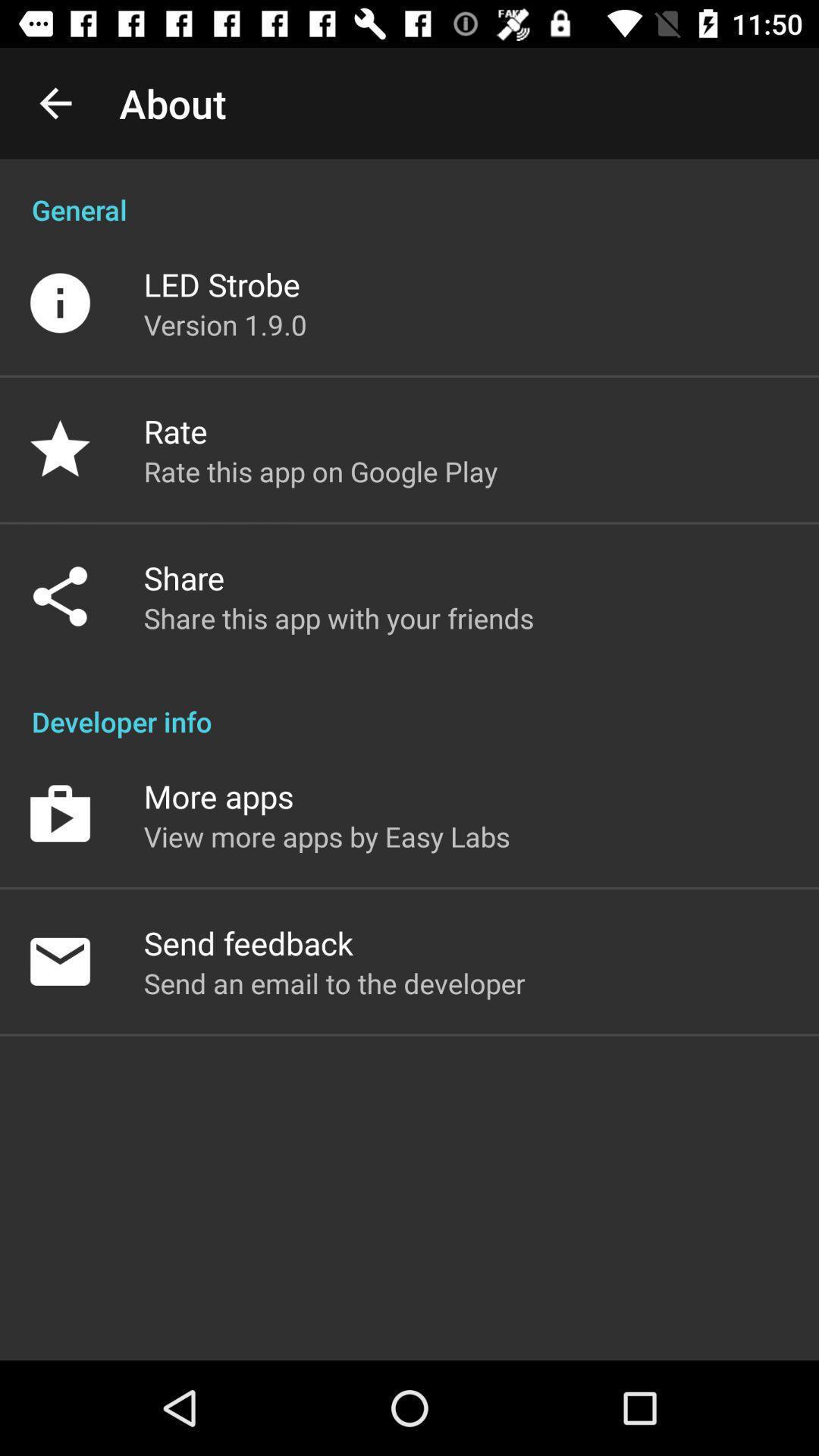 The image size is (819, 1456). What do you see at coordinates (225, 324) in the screenshot?
I see `the icon below led strobe icon` at bounding box center [225, 324].